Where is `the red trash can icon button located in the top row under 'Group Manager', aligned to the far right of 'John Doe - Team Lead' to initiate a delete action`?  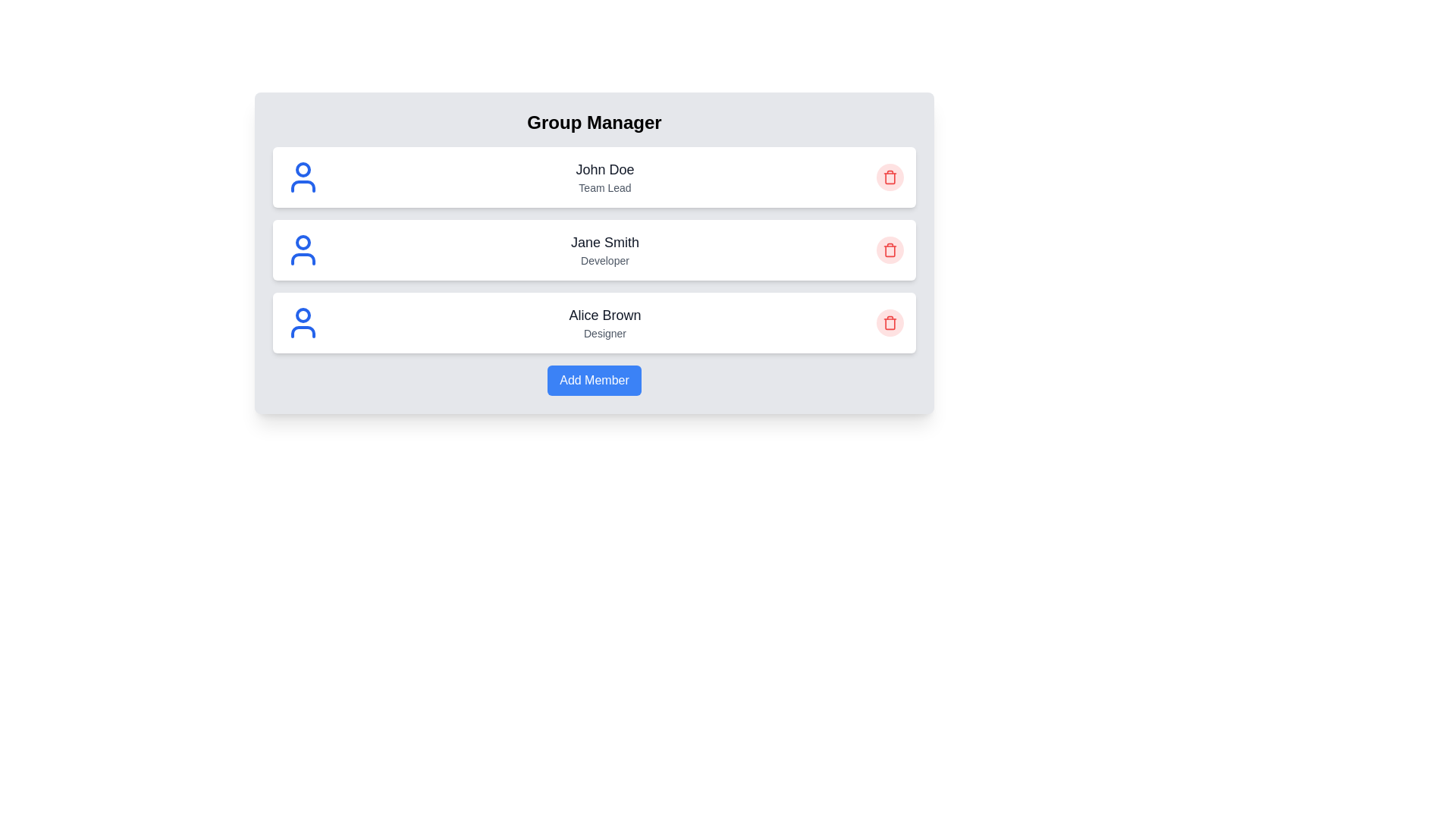
the red trash can icon button located in the top row under 'Group Manager', aligned to the far right of 'John Doe - Team Lead' to initiate a delete action is located at coordinates (890, 177).